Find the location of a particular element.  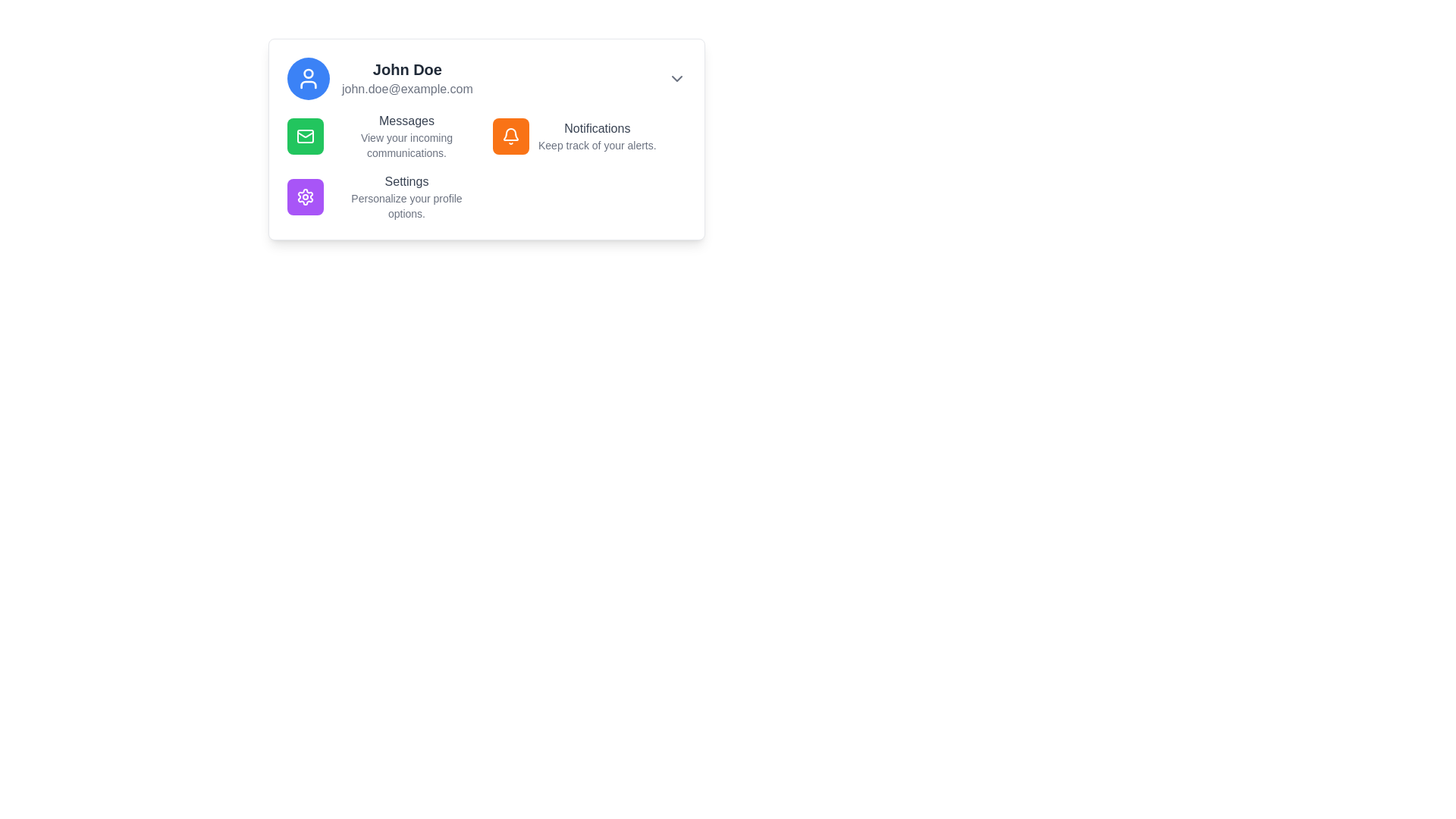

the text label that says 'View your incoming communications.', which is styled in a smaller gray font and positioned directly below the 'Messages' heading is located at coordinates (406, 146).